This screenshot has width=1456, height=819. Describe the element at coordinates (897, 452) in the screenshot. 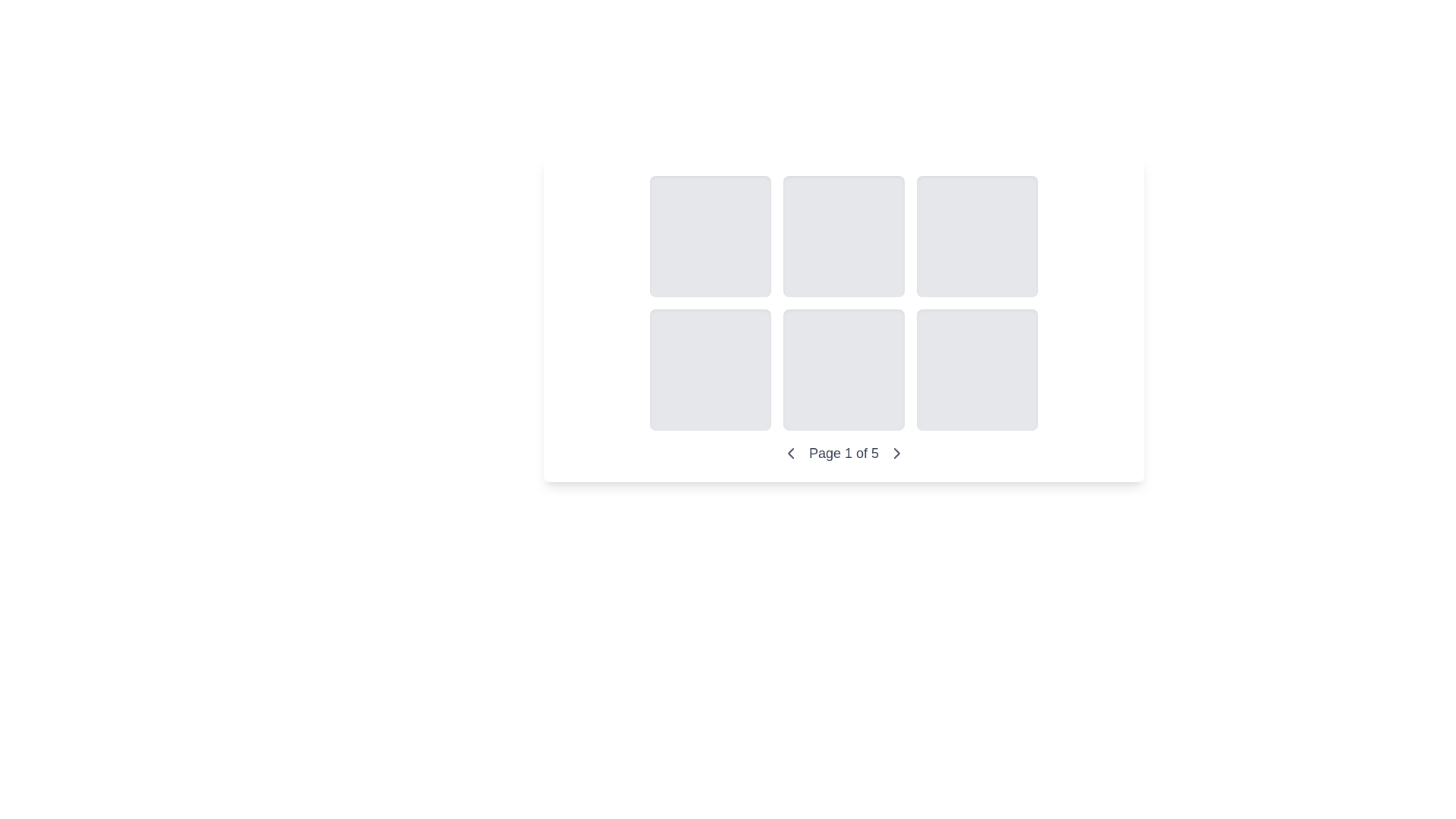

I see `the right-pointing chevron icon used for navigation` at that location.